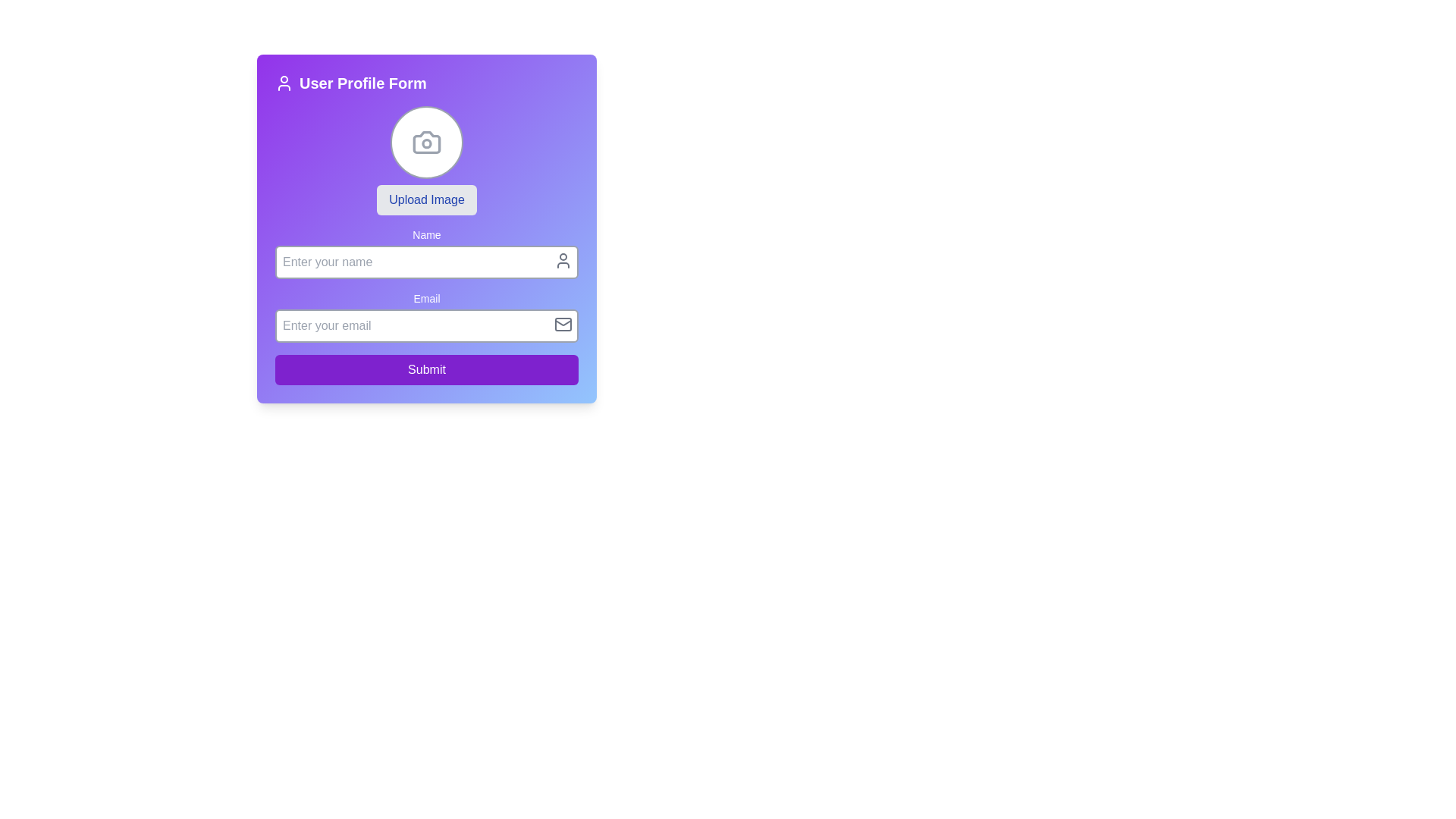  Describe the element at coordinates (425, 143) in the screenshot. I see `the camera icon, which is an SVG image with a rounded rectangle outline and a circle in its center, located near the top center of the 'User Profile Form' card layout` at that location.